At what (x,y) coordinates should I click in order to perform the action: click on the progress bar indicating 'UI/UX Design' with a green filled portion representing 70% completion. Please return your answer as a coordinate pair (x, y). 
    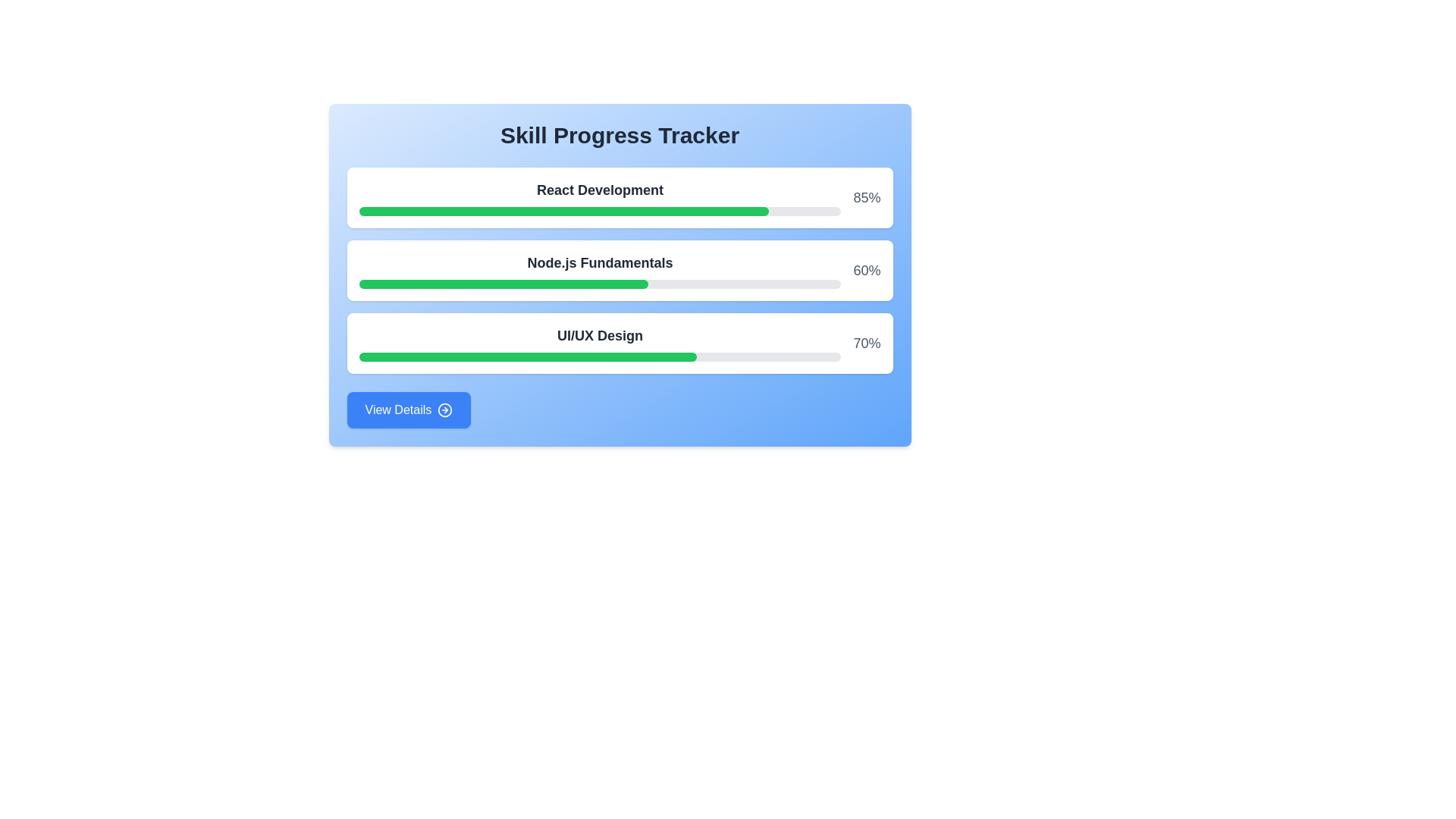
    Looking at the image, I should click on (599, 356).